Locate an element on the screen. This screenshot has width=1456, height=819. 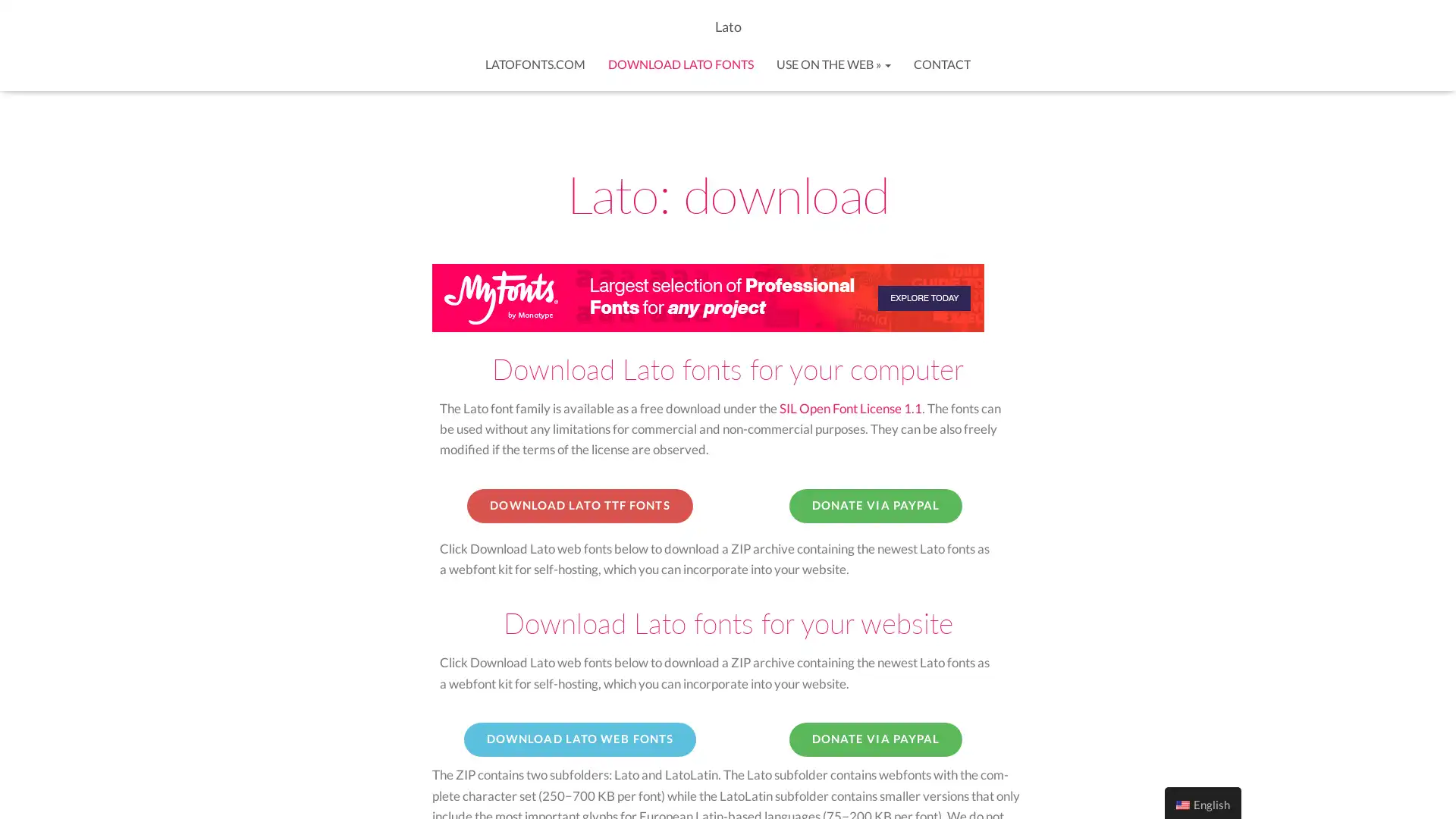
DONATE VIA PAYPAL is located at coordinates (875, 506).